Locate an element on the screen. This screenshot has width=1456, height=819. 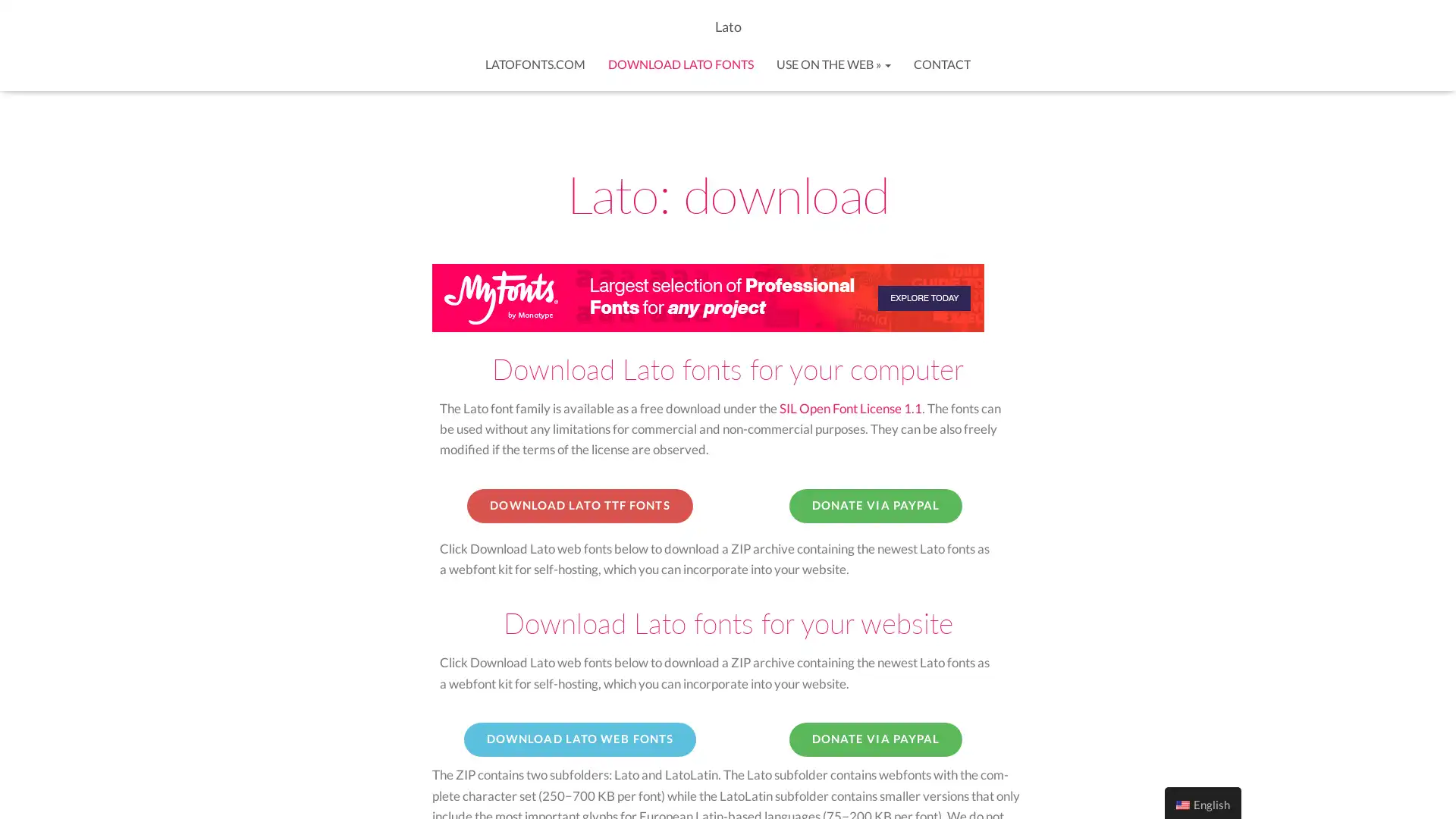
DONATE VIA PAYPAL is located at coordinates (875, 506).